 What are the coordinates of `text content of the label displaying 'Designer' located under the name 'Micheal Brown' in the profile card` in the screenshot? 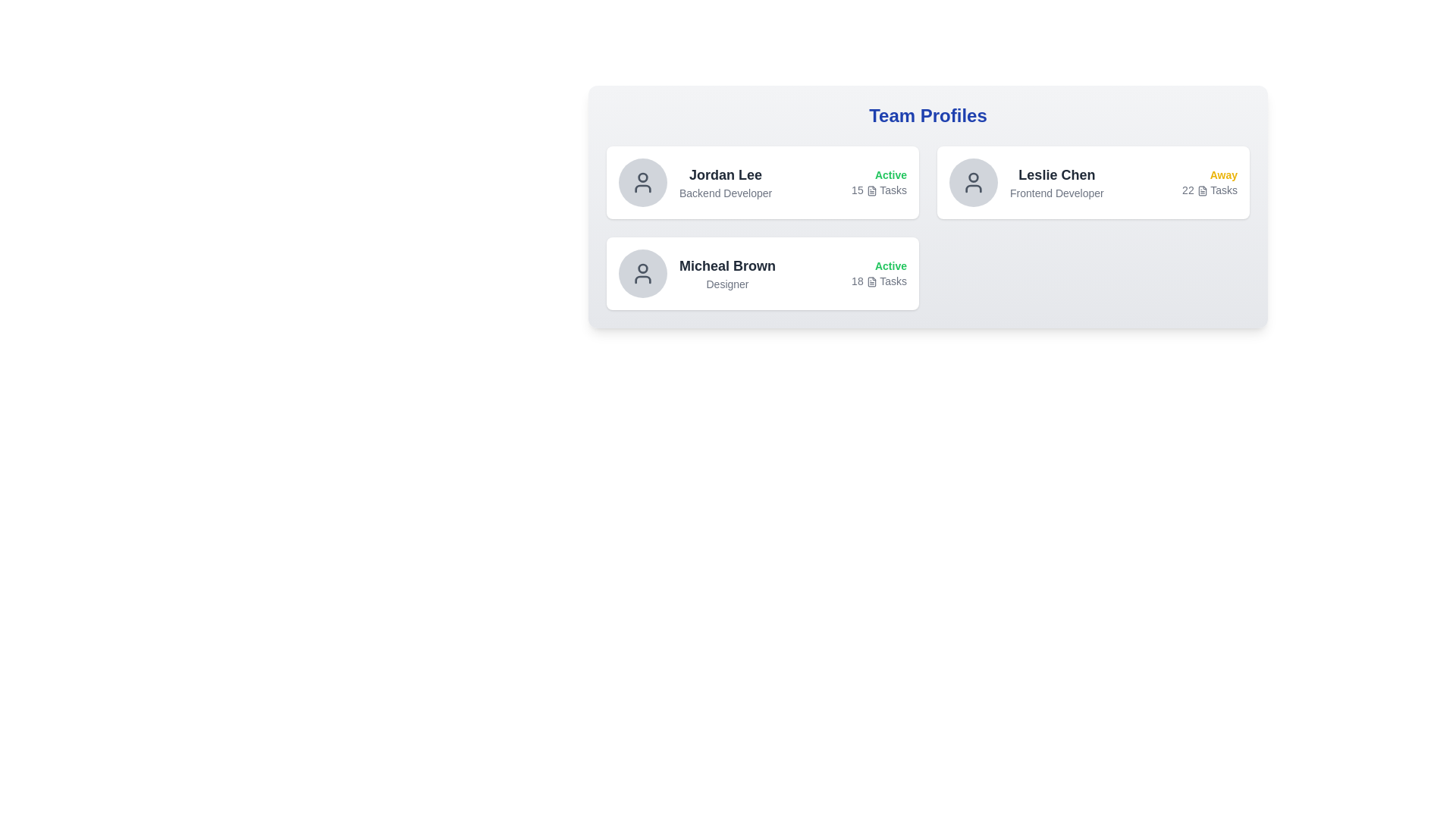 It's located at (726, 284).